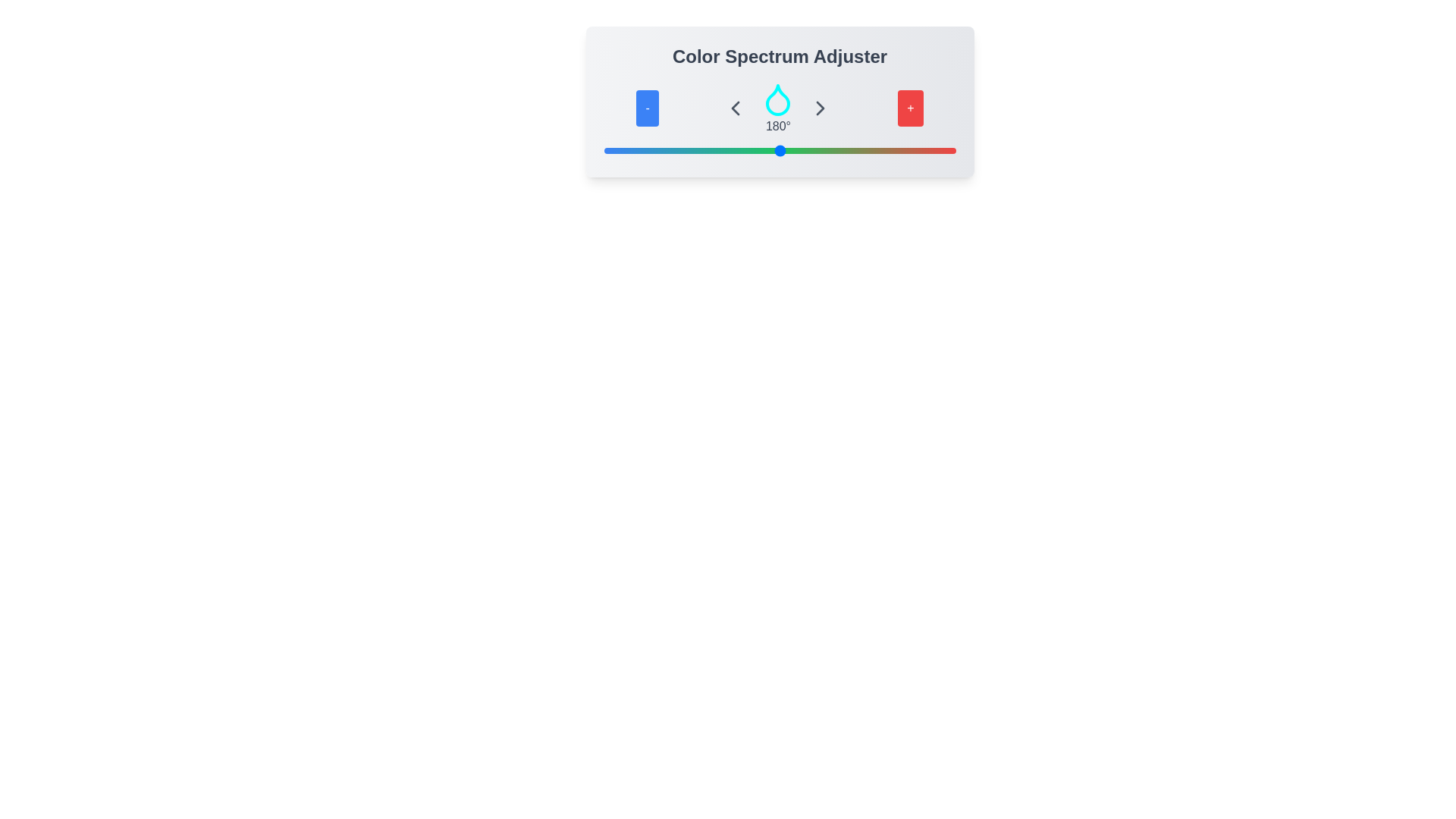 This screenshot has height=819, width=1456. What do you see at coordinates (786, 151) in the screenshot?
I see `the slider to set the color spectrum to 186` at bounding box center [786, 151].